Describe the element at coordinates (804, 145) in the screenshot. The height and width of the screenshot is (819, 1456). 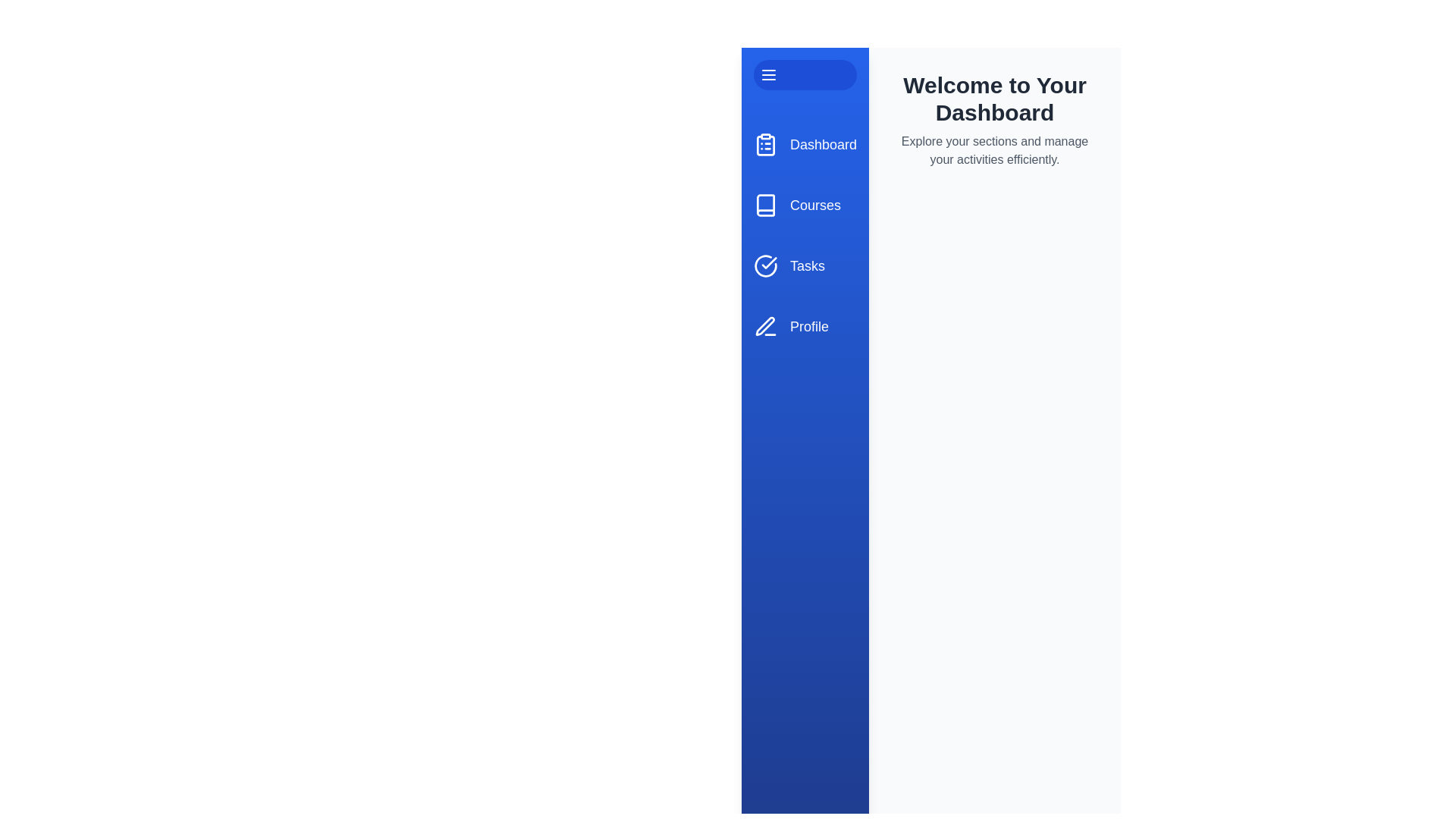
I see `the menu item Dashboard` at that location.